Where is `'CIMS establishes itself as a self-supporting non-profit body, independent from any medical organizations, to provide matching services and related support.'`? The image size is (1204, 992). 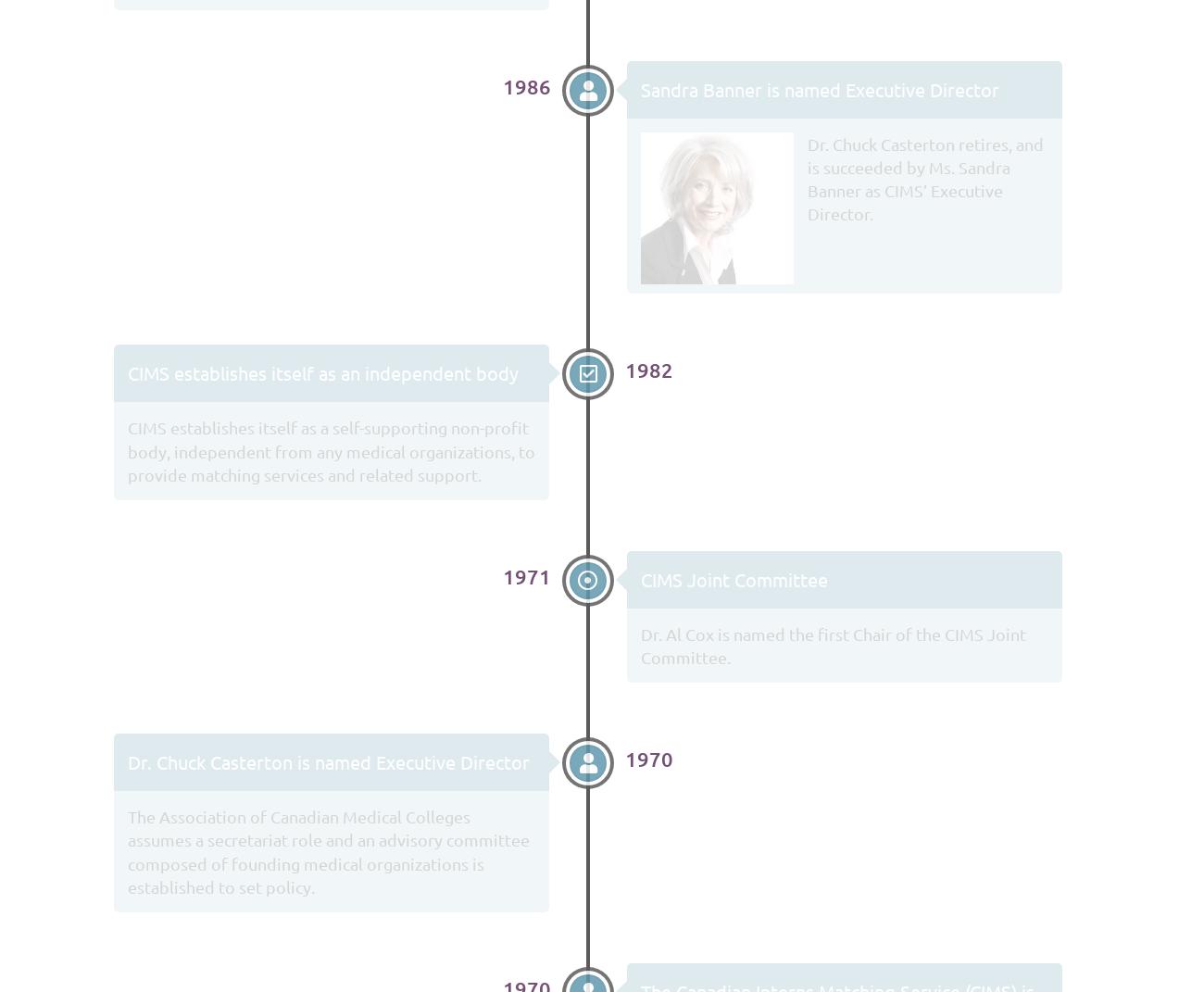 'CIMS establishes itself as a self-supporting non-profit body, independent from any medical organizations, to provide matching services and related support.' is located at coordinates (331, 449).